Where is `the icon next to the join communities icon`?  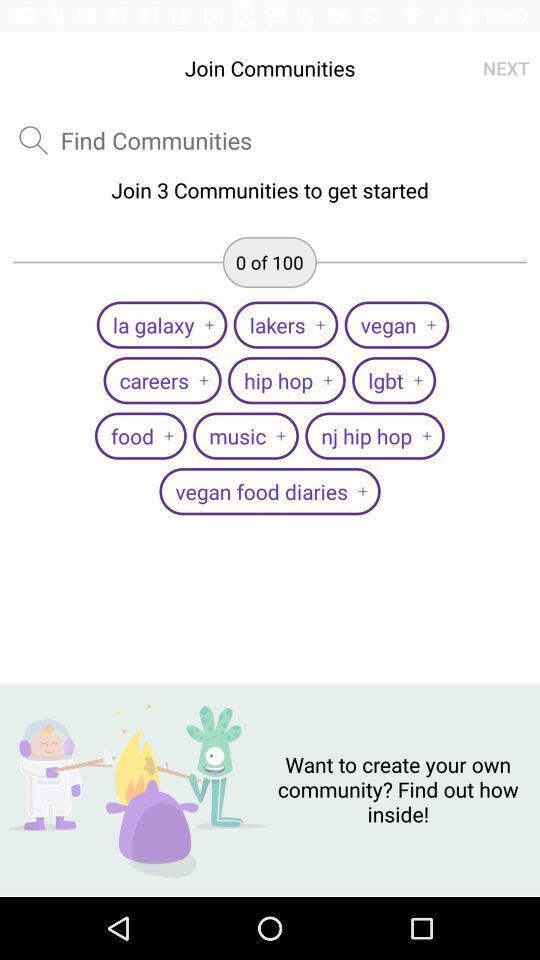
the icon next to the join communities icon is located at coordinates (505, 68).